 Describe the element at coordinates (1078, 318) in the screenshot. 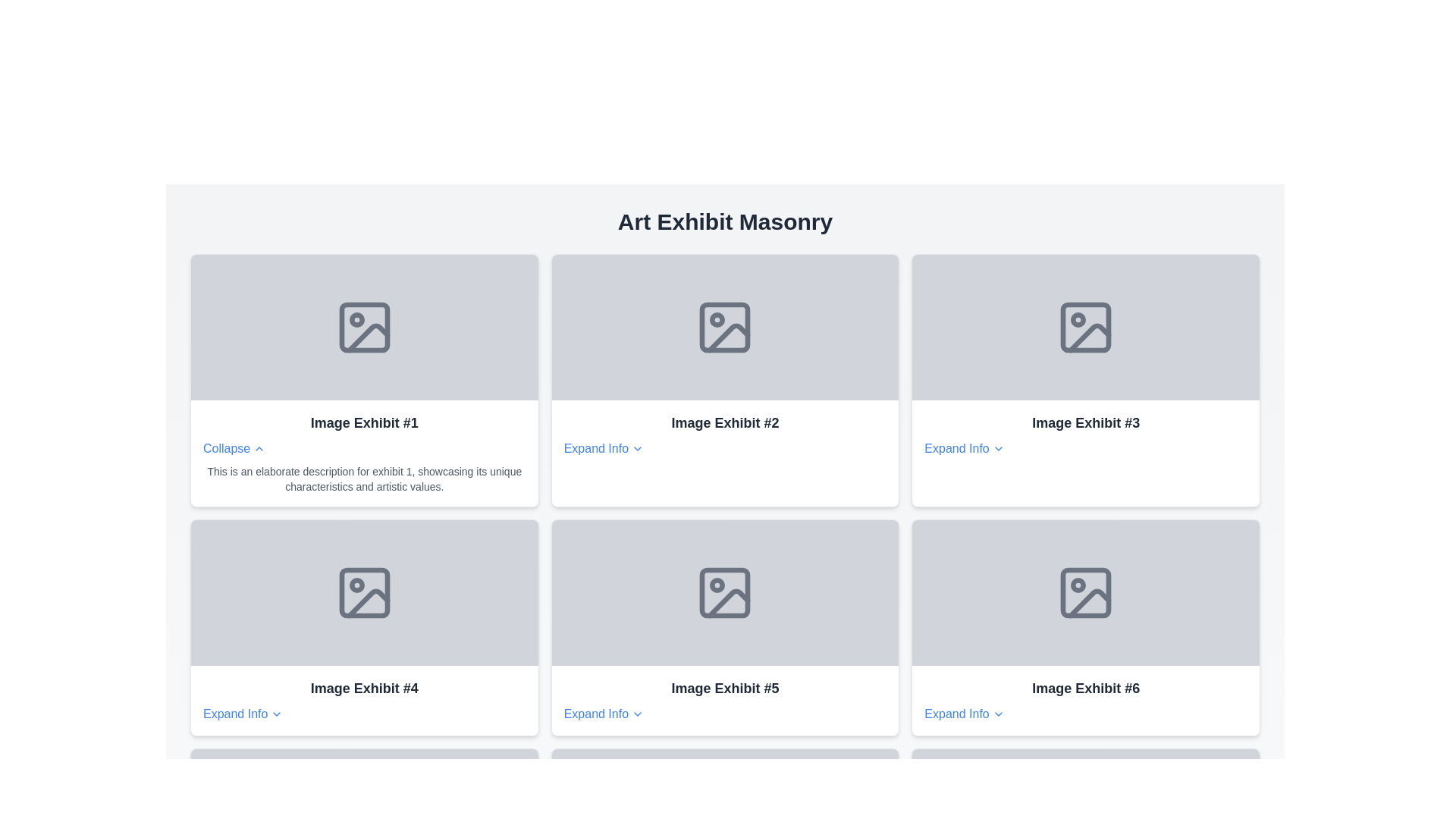

I see `the small circle element located in the upper-left region of the SVG icon within the 'Art Exhibit Masonry' grid layout` at that location.